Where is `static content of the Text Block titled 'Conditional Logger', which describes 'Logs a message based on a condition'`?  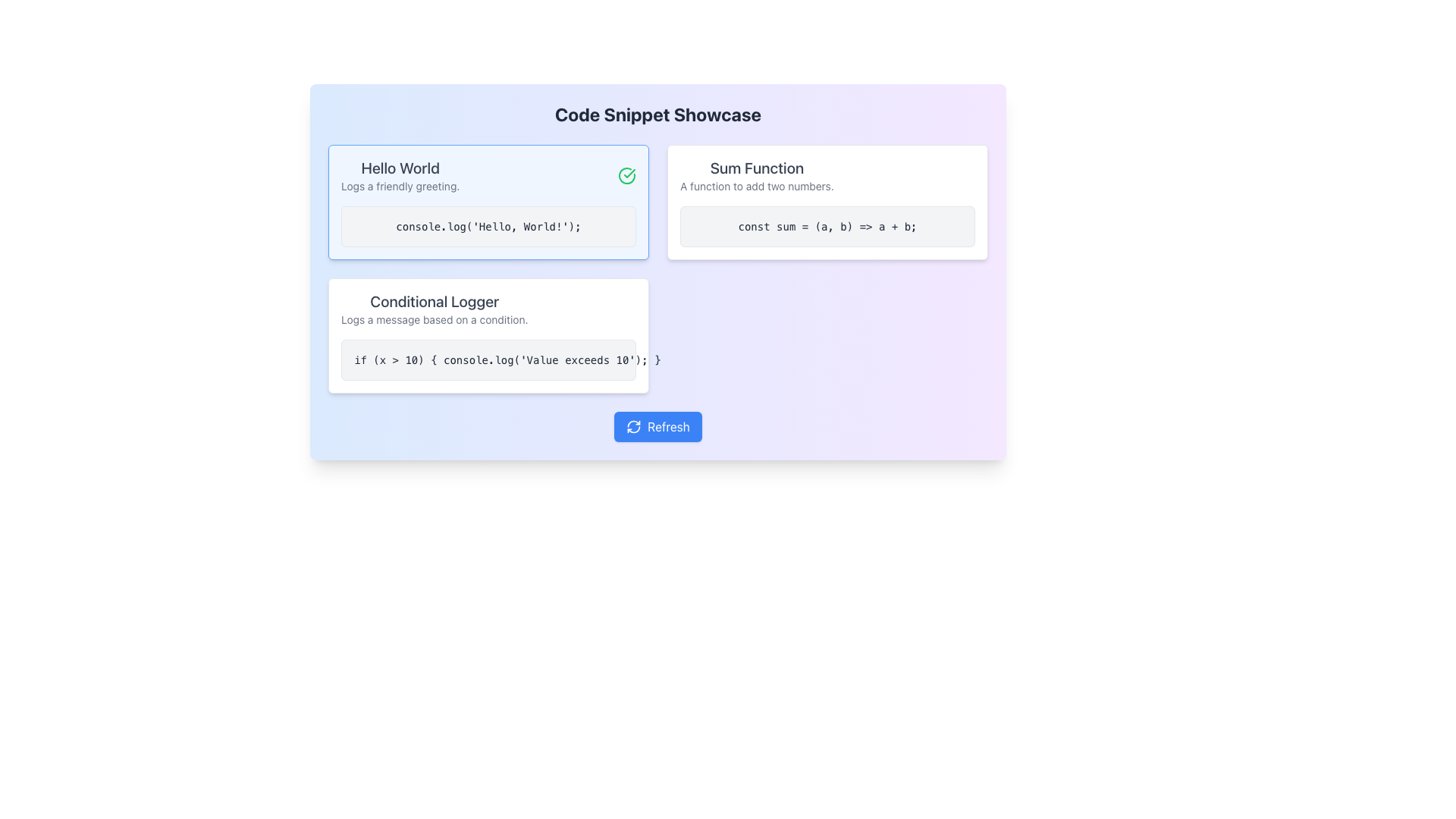
static content of the Text Block titled 'Conditional Logger', which describes 'Logs a message based on a condition' is located at coordinates (434, 309).